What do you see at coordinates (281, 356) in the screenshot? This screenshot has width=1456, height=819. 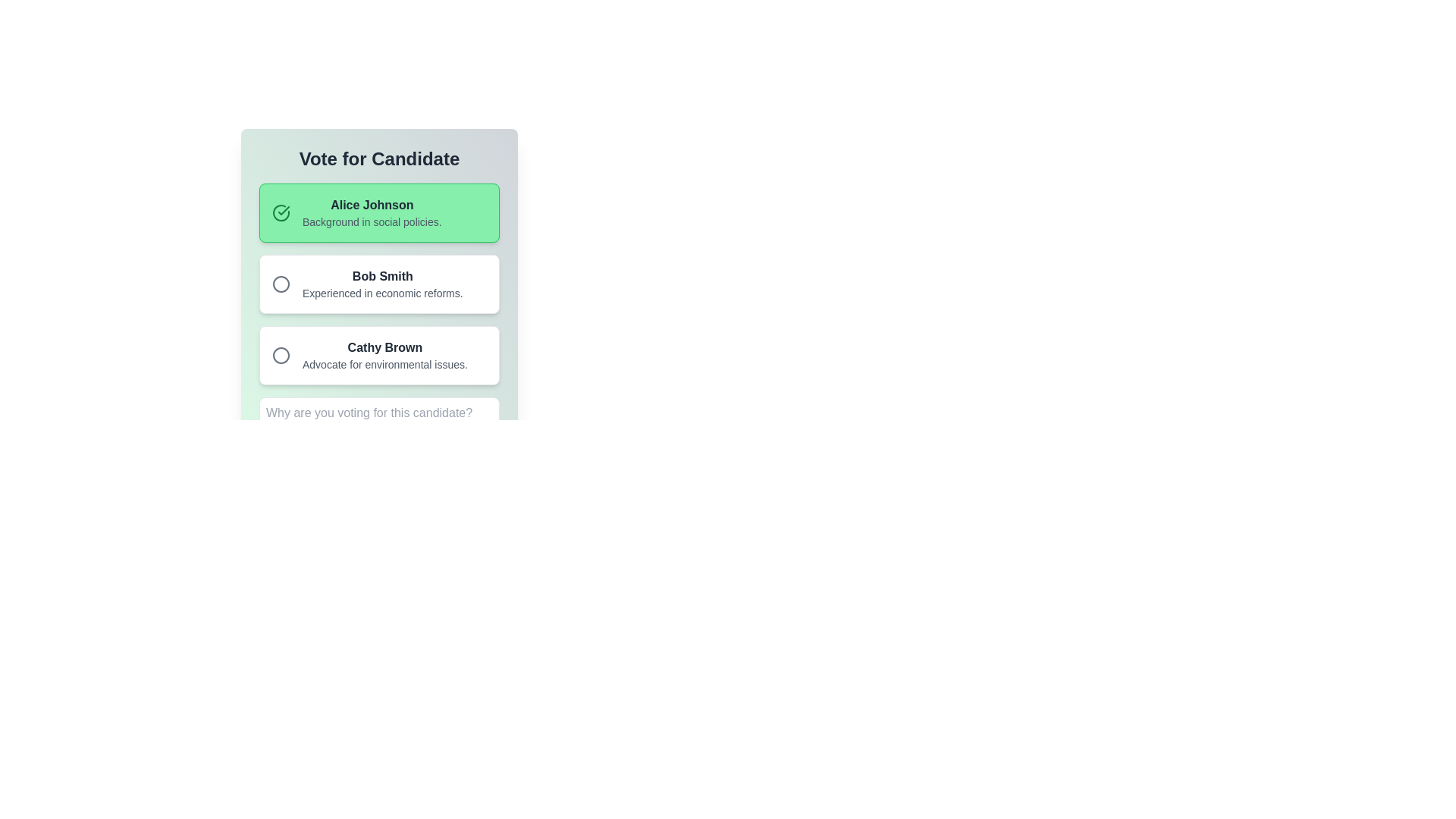 I see `the small circular icon with a gray border located to the left of the text 'Cathy Brown' in the candidate selection card` at bounding box center [281, 356].